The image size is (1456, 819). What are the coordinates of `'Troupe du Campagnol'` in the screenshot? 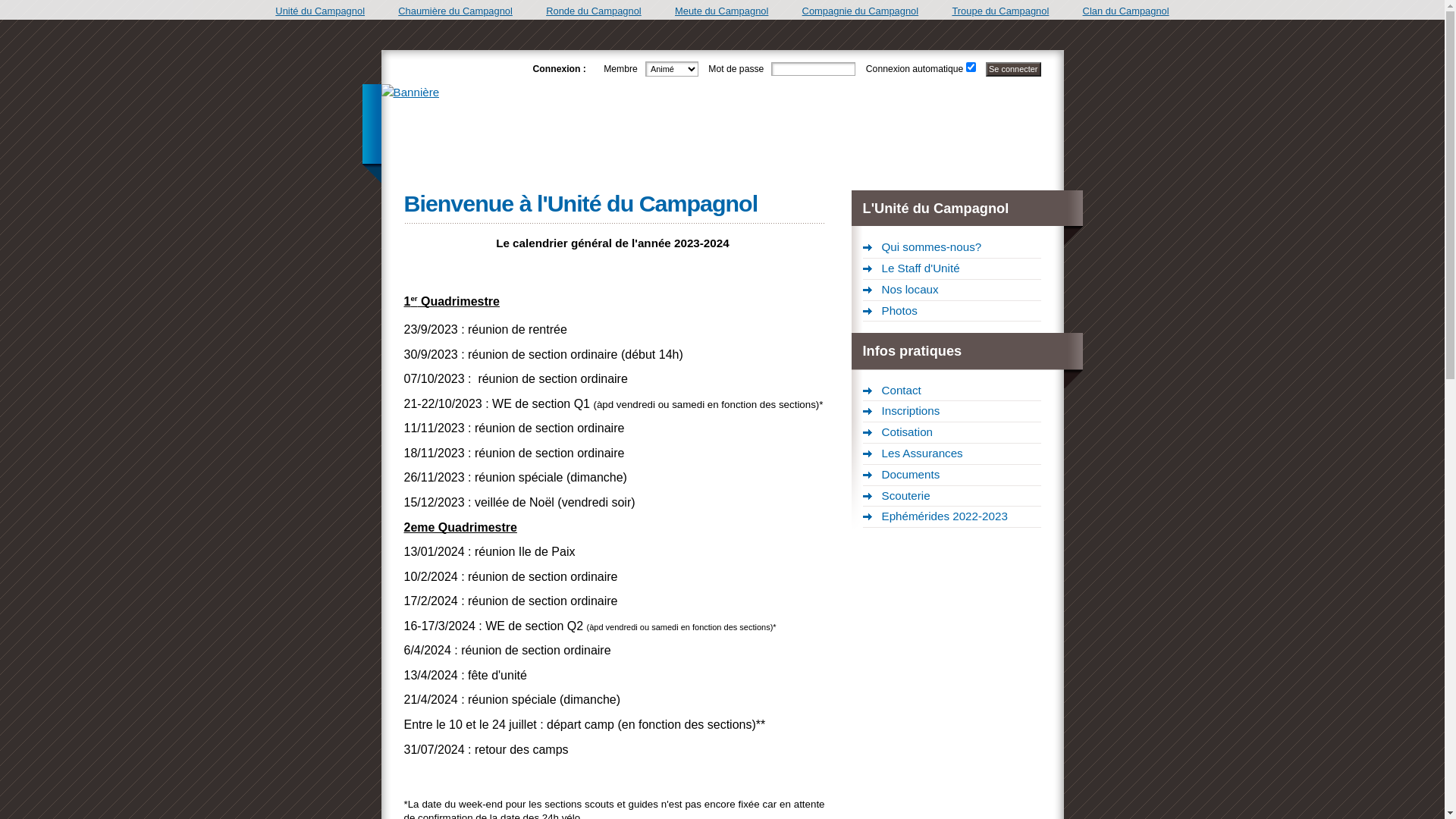 It's located at (935, 11).